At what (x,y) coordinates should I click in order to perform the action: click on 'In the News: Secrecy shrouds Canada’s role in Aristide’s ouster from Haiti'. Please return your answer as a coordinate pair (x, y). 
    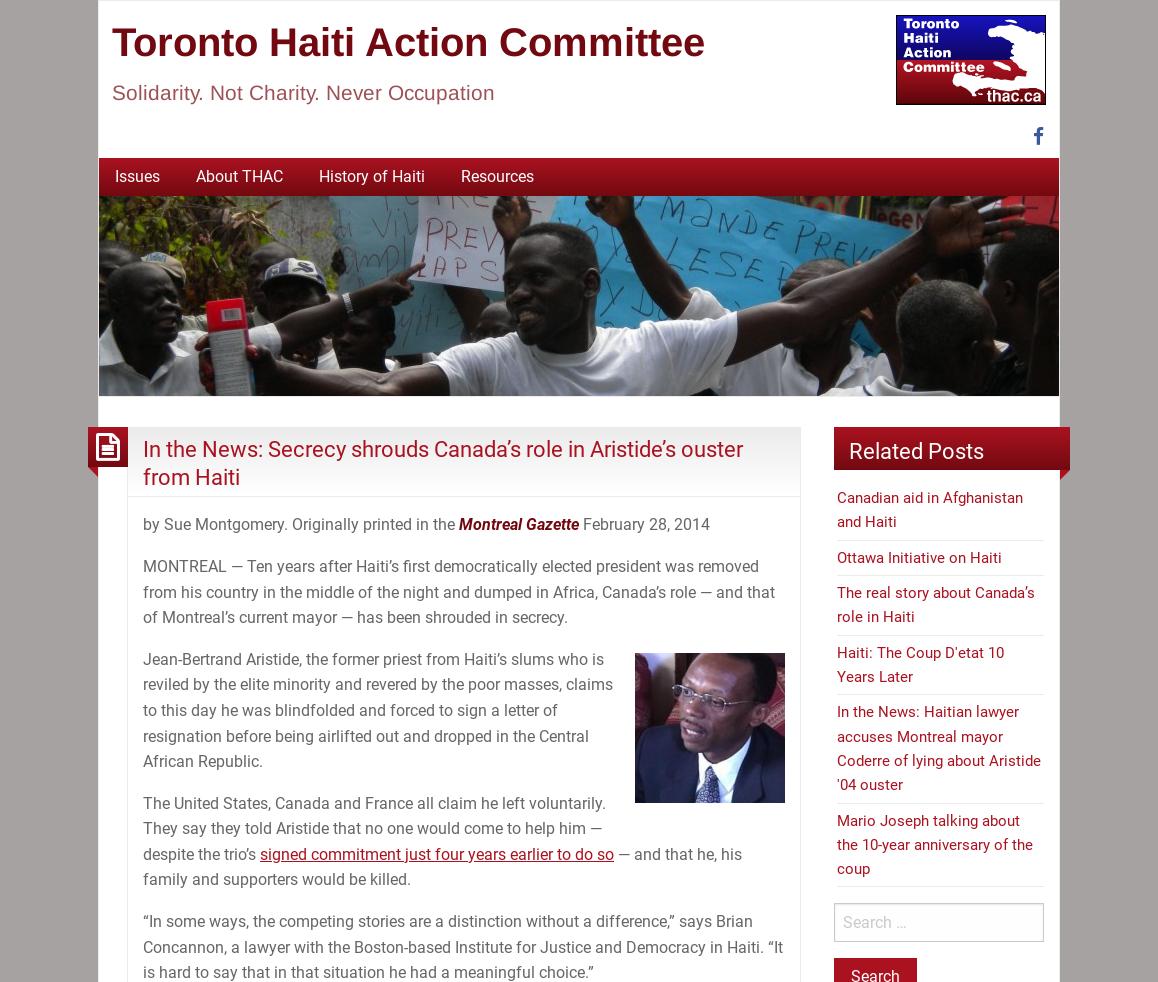
    Looking at the image, I should click on (443, 462).